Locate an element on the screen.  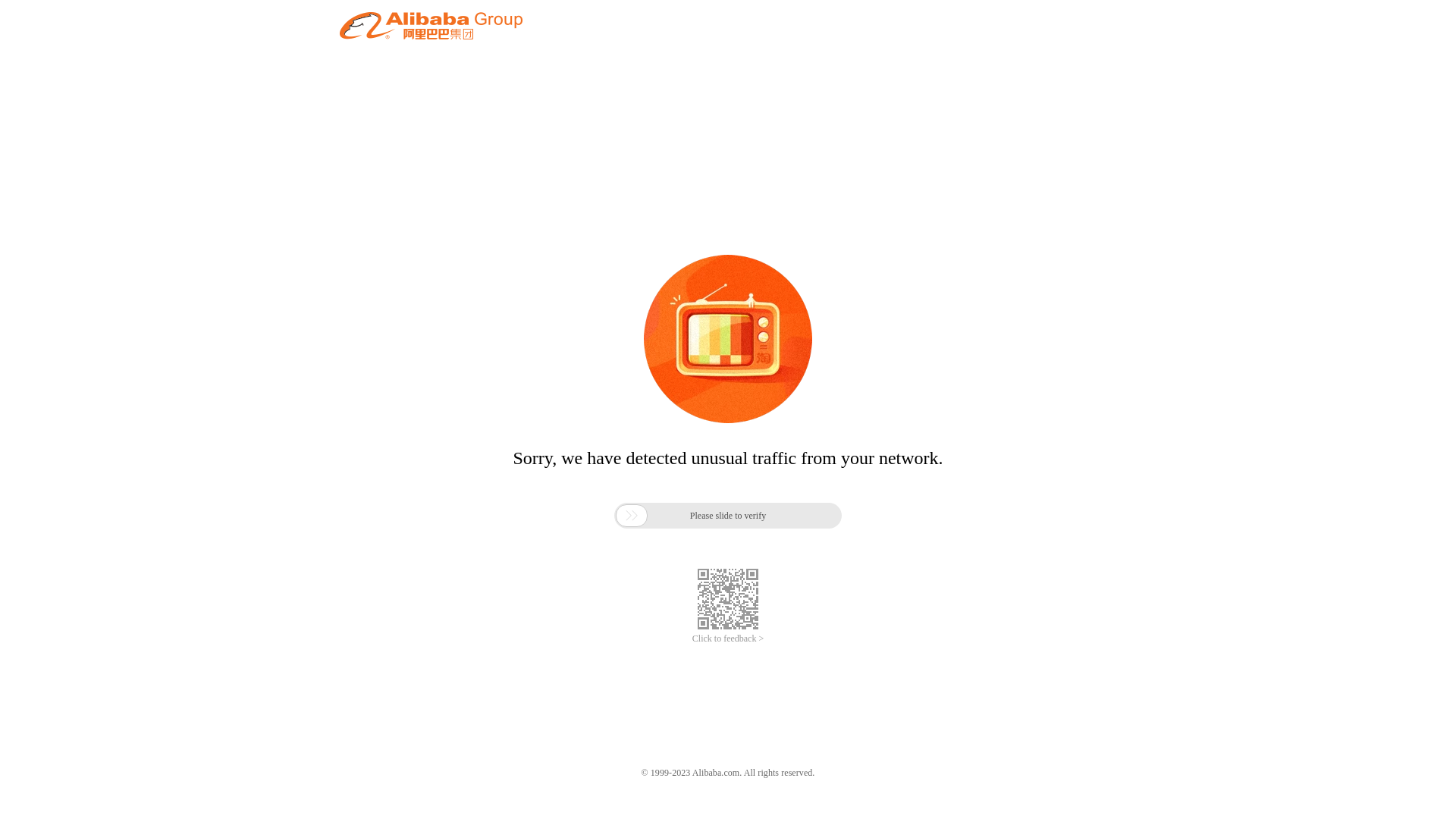
'Click to feedback >' is located at coordinates (728, 639).